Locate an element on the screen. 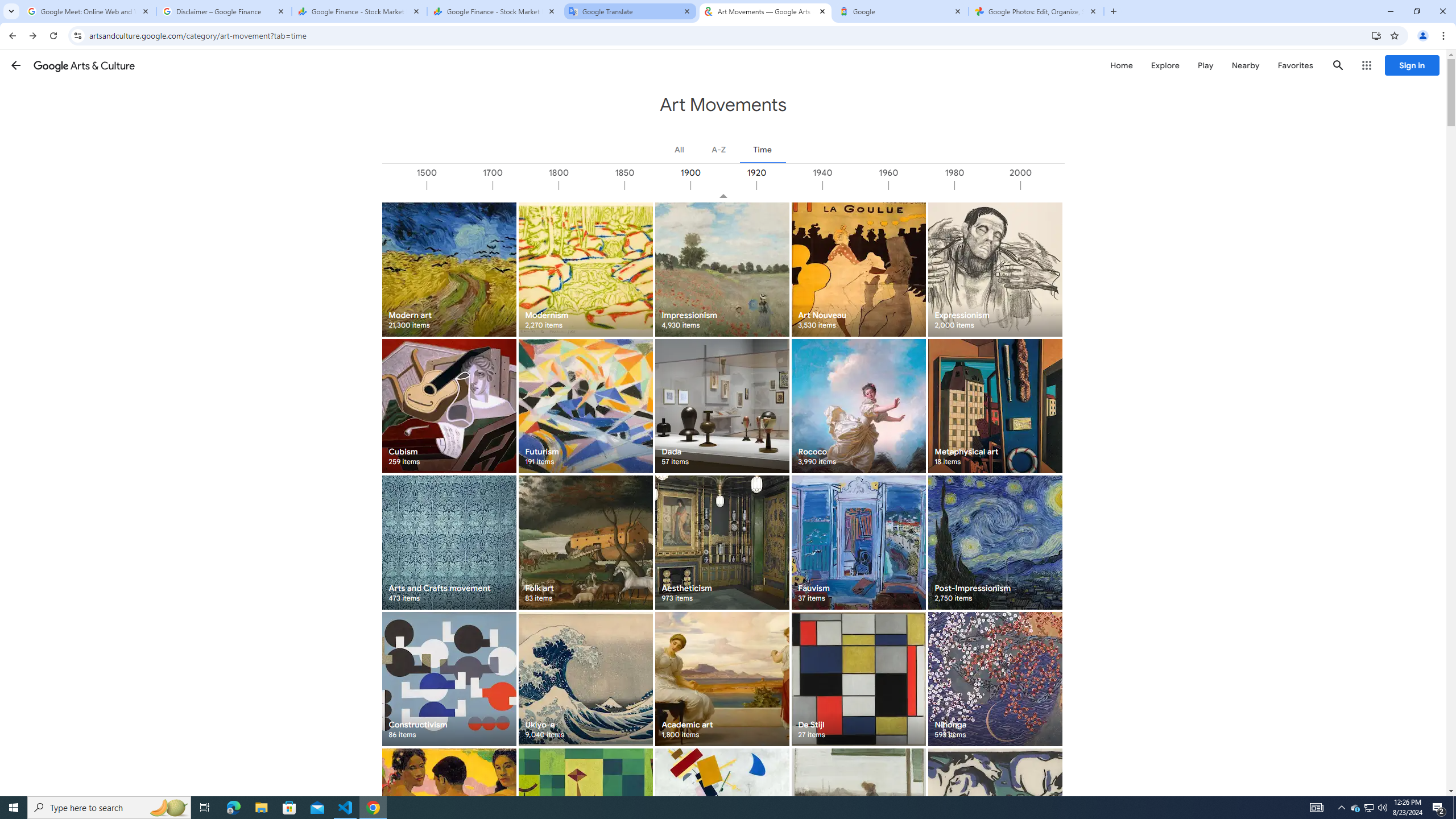  '1980' is located at coordinates (986, 185).